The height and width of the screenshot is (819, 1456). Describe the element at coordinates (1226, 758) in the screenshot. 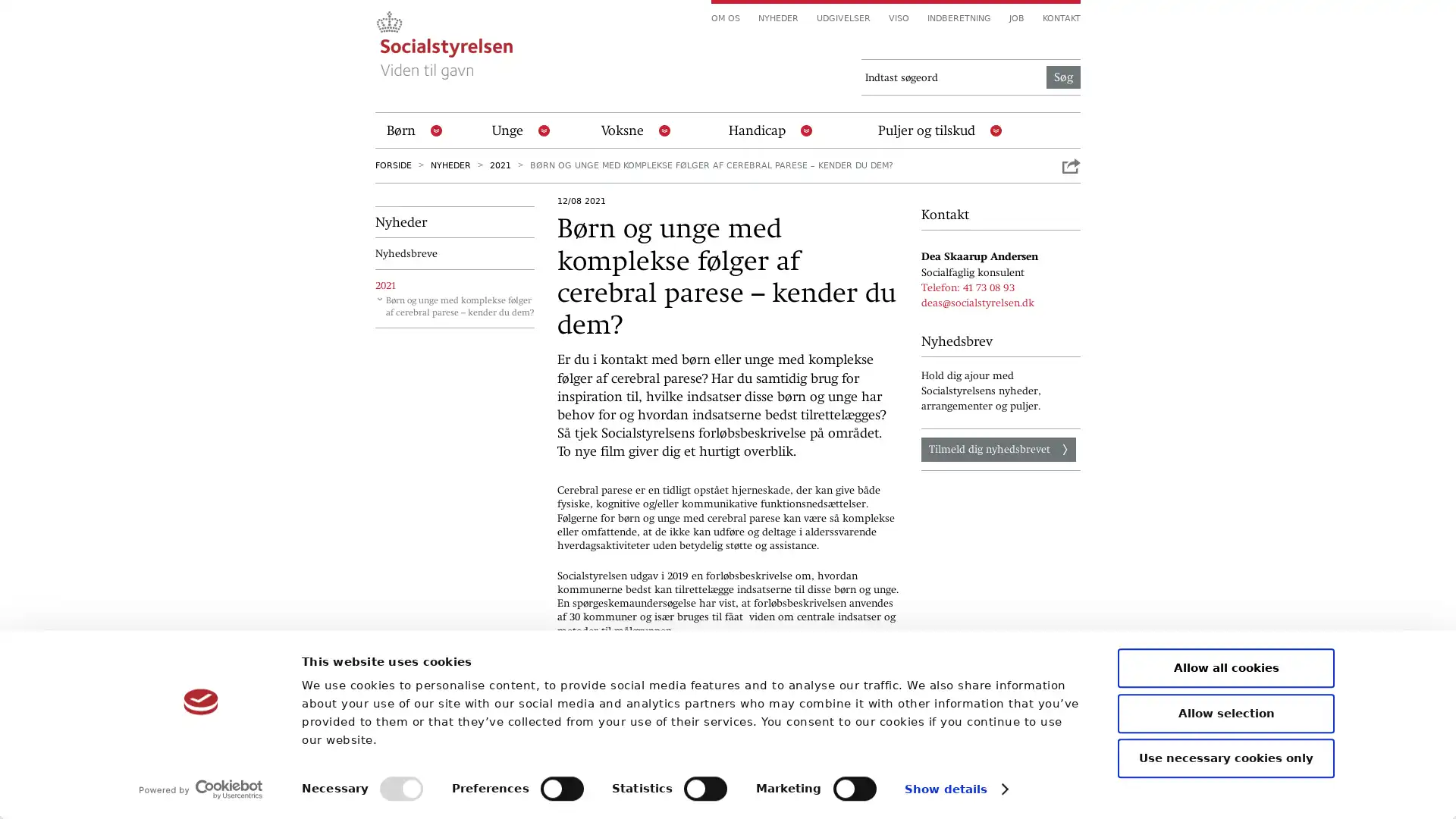

I see `Use necessary cookies only` at that location.